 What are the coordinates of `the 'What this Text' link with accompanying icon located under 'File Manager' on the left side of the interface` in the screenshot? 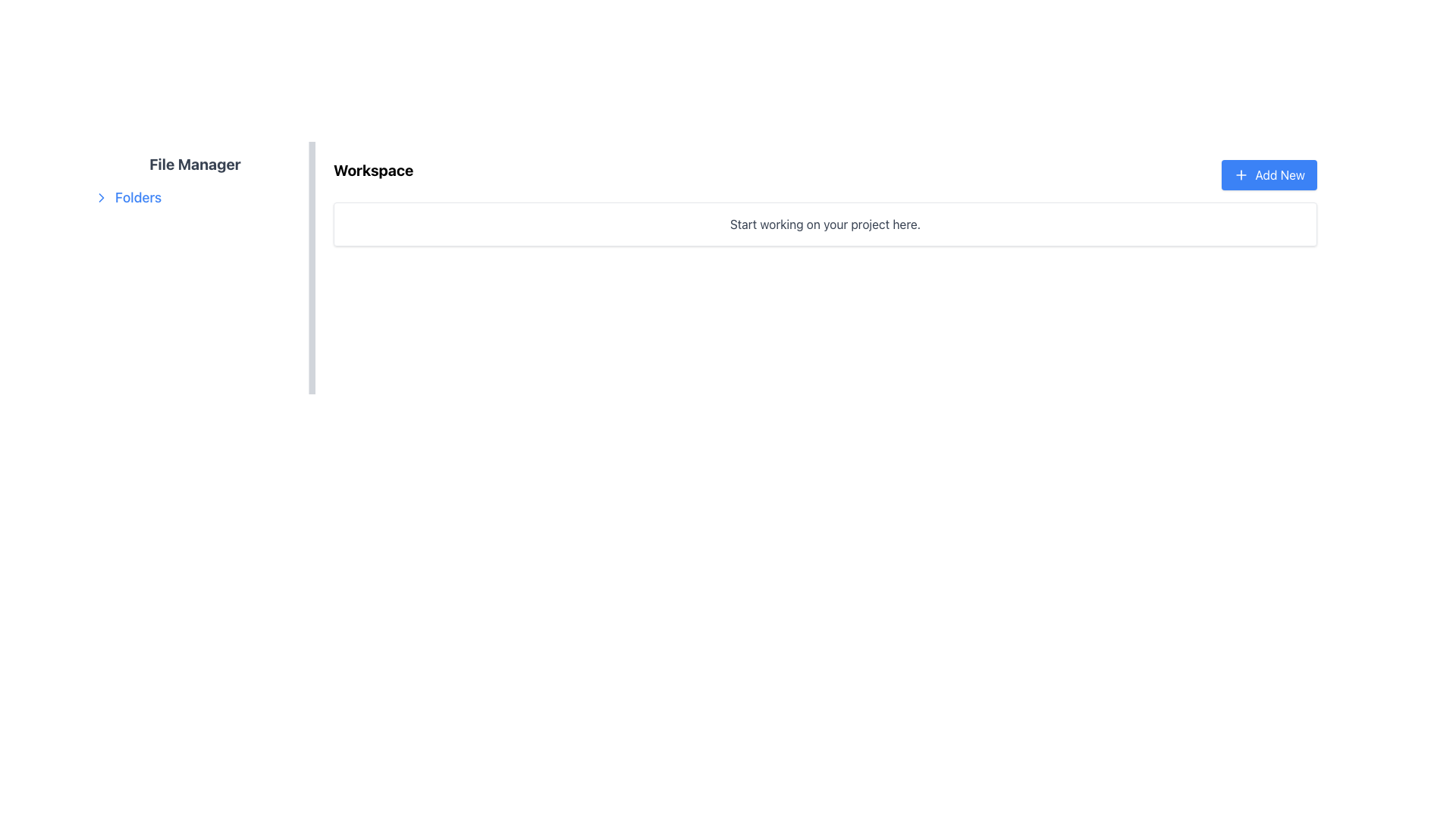 It's located at (127, 197).